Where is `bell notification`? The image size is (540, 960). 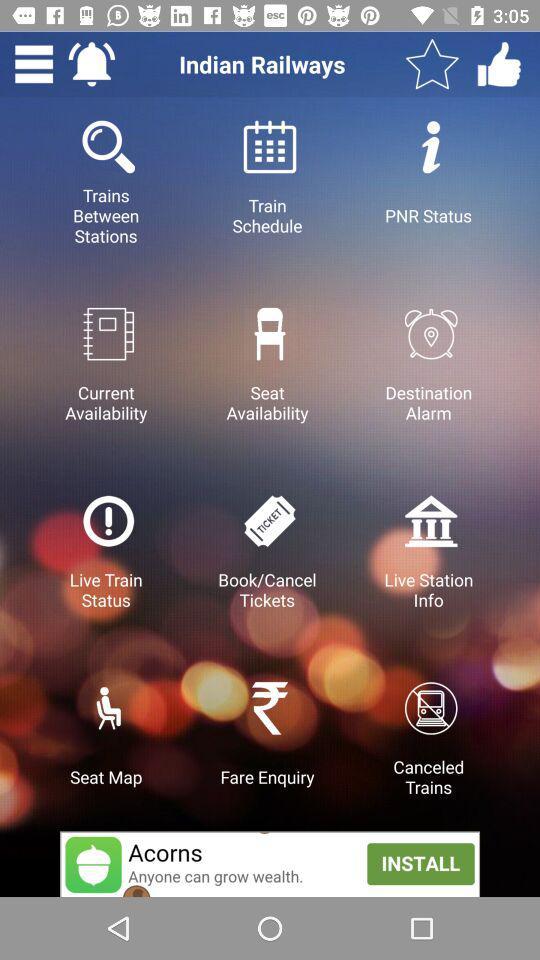
bell notification is located at coordinates (90, 64).